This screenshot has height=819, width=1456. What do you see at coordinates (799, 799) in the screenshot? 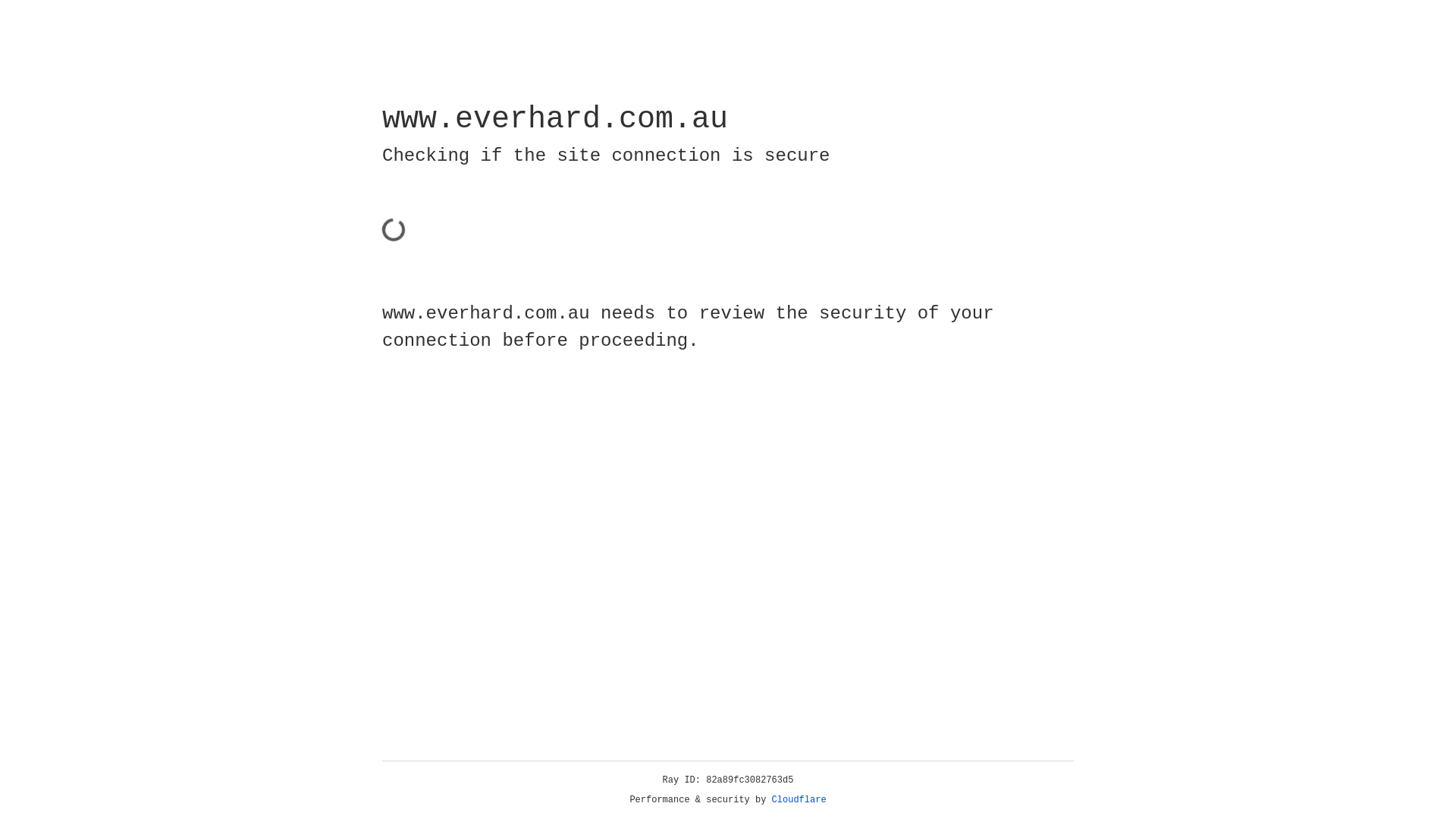
I see `'Cloudflare'` at bounding box center [799, 799].